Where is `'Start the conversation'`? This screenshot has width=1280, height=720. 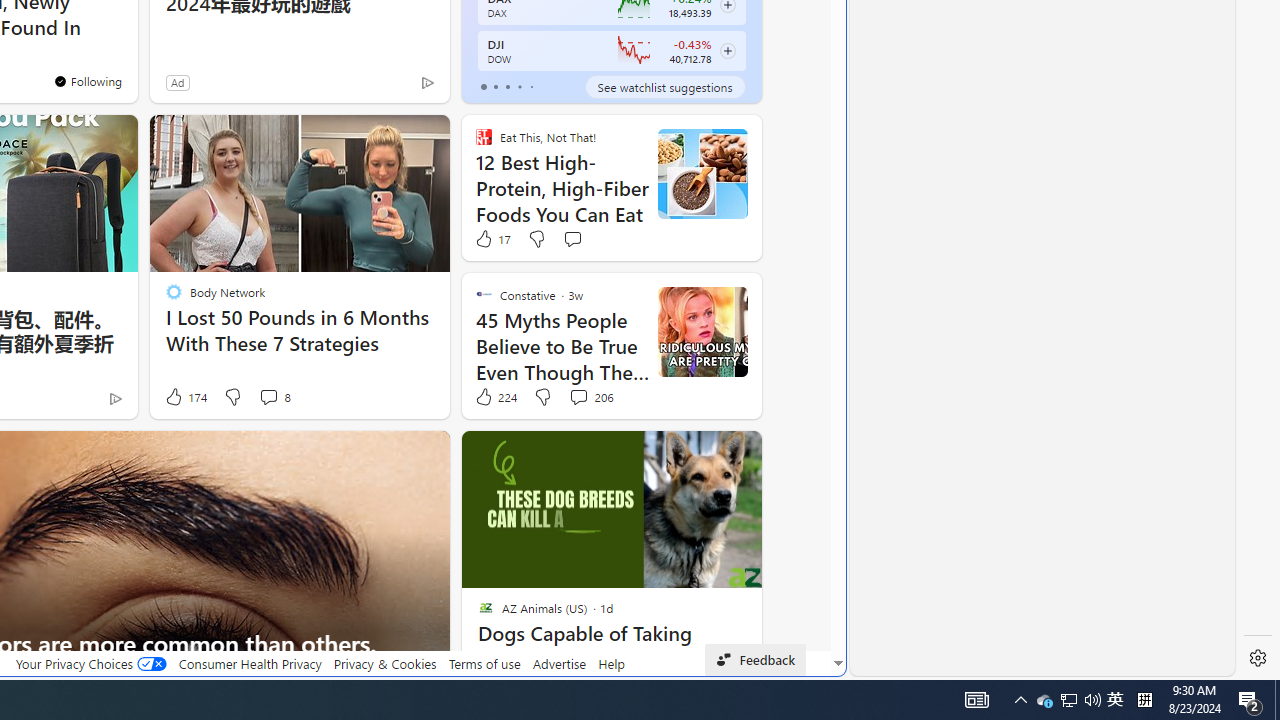
'Start the conversation' is located at coordinates (571, 237).